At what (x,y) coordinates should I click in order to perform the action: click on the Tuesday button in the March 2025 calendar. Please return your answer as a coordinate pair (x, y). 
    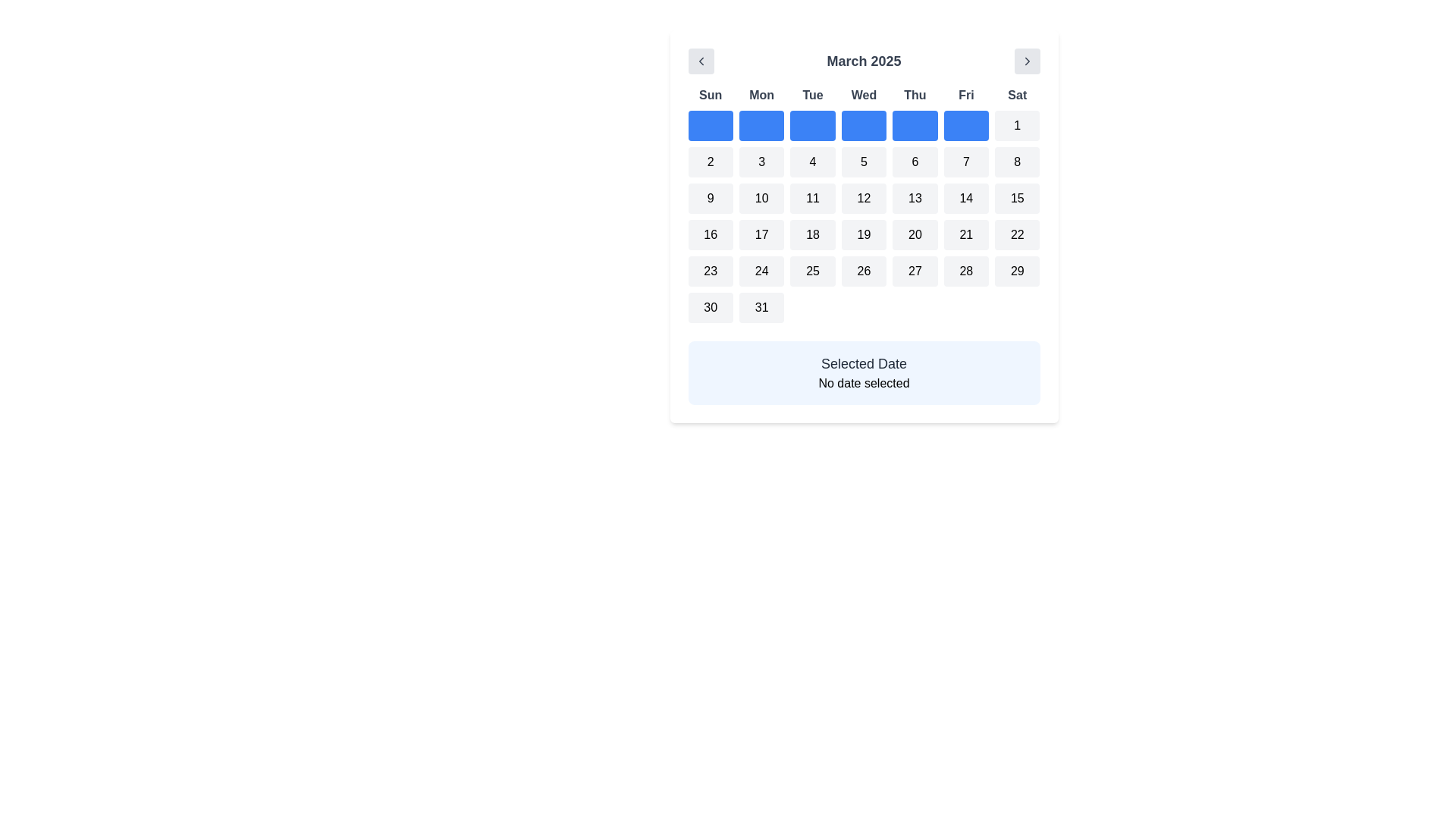
    Looking at the image, I should click on (812, 124).